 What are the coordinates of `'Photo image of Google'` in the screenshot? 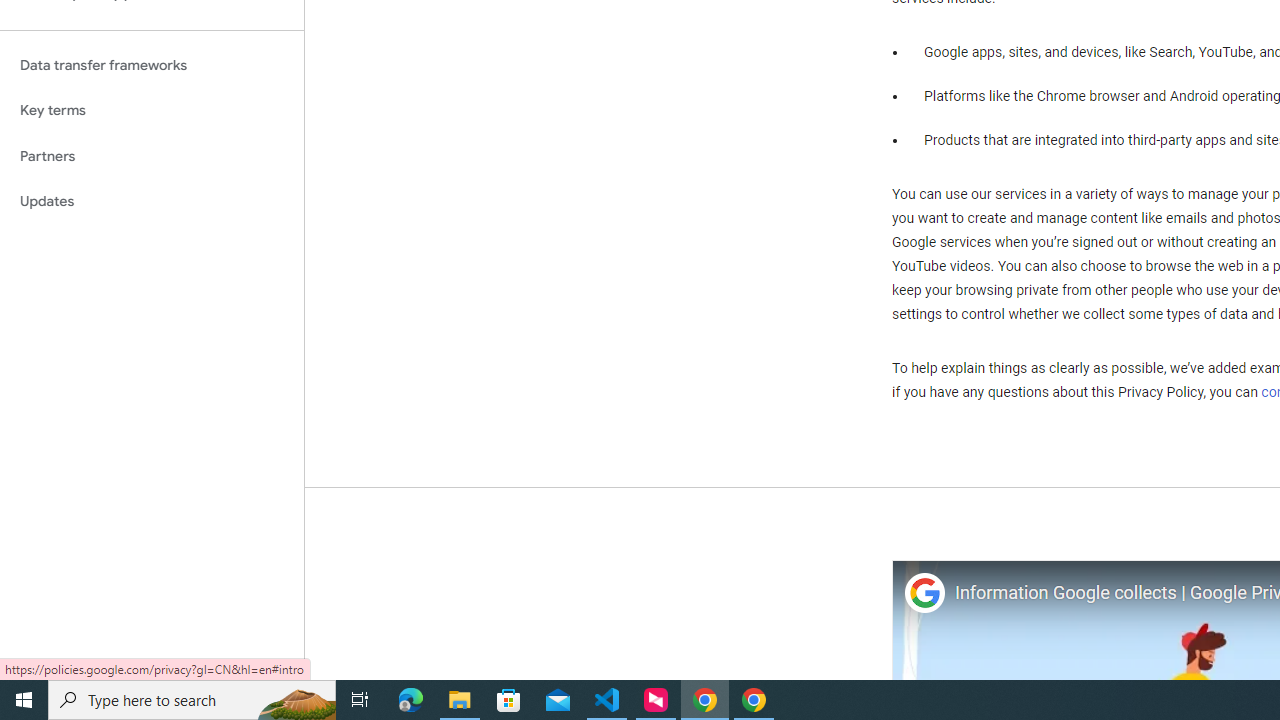 It's located at (923, 592).